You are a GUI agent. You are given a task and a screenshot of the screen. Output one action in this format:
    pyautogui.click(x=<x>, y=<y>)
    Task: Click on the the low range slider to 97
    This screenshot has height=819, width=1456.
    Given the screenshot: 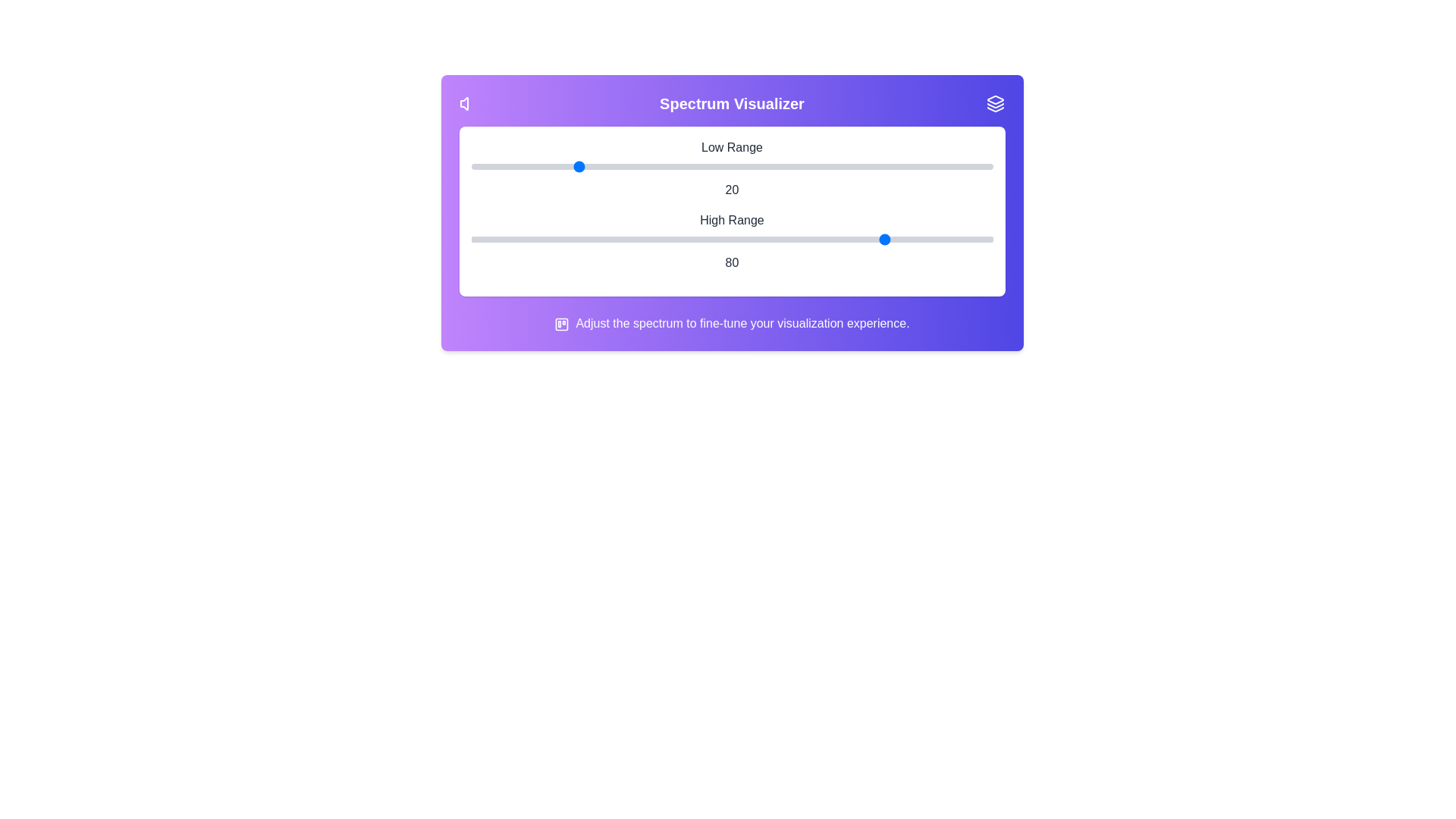 What is the action you would take?
    pyautogui.click(x=977, y=166)
    